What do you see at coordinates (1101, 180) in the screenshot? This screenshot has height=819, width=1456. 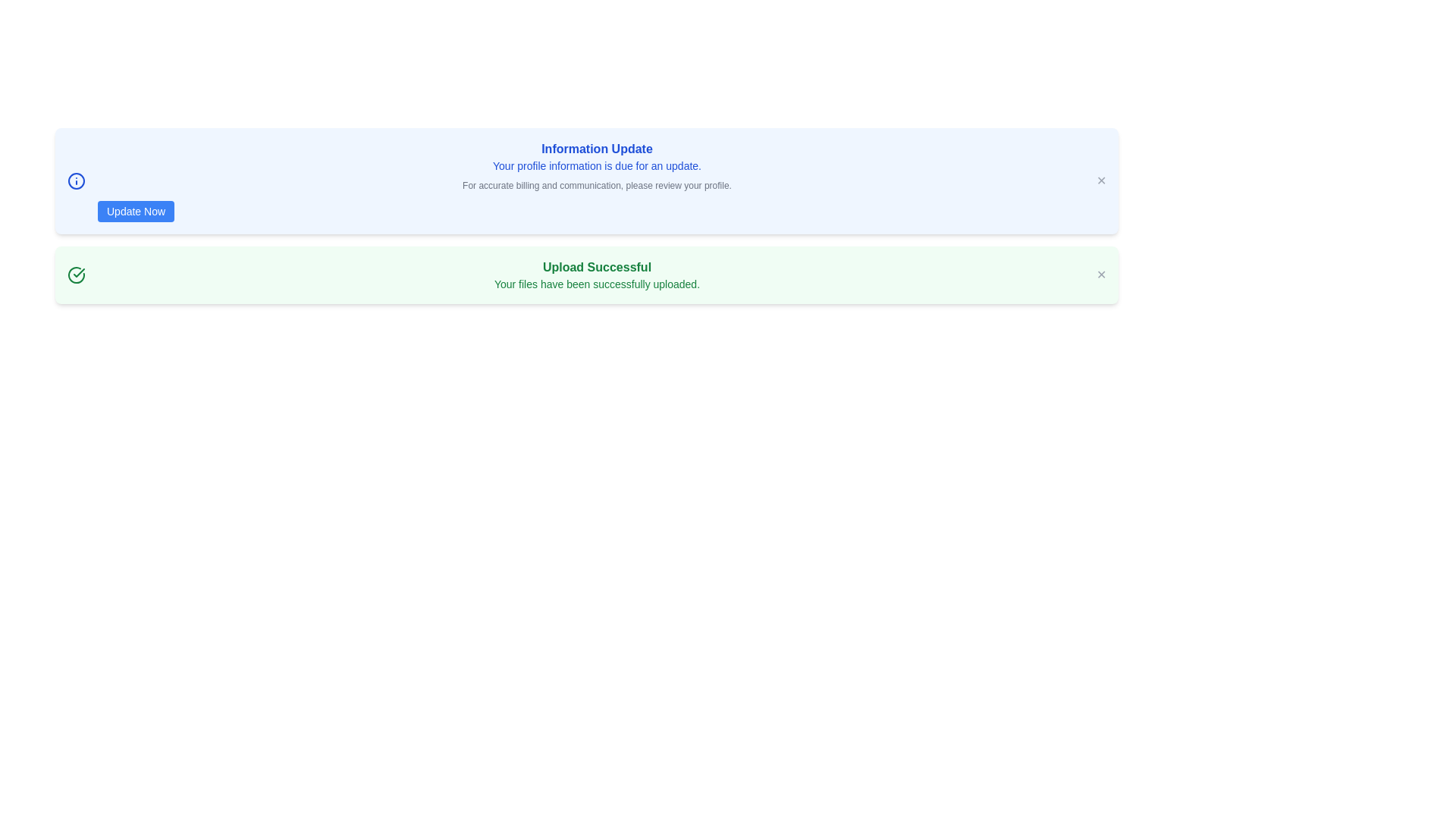 I see `the close button represented by '✕' in the top-right corner of the blue informational box labeled 'Information Update'` at bounding box center [1101, 180].